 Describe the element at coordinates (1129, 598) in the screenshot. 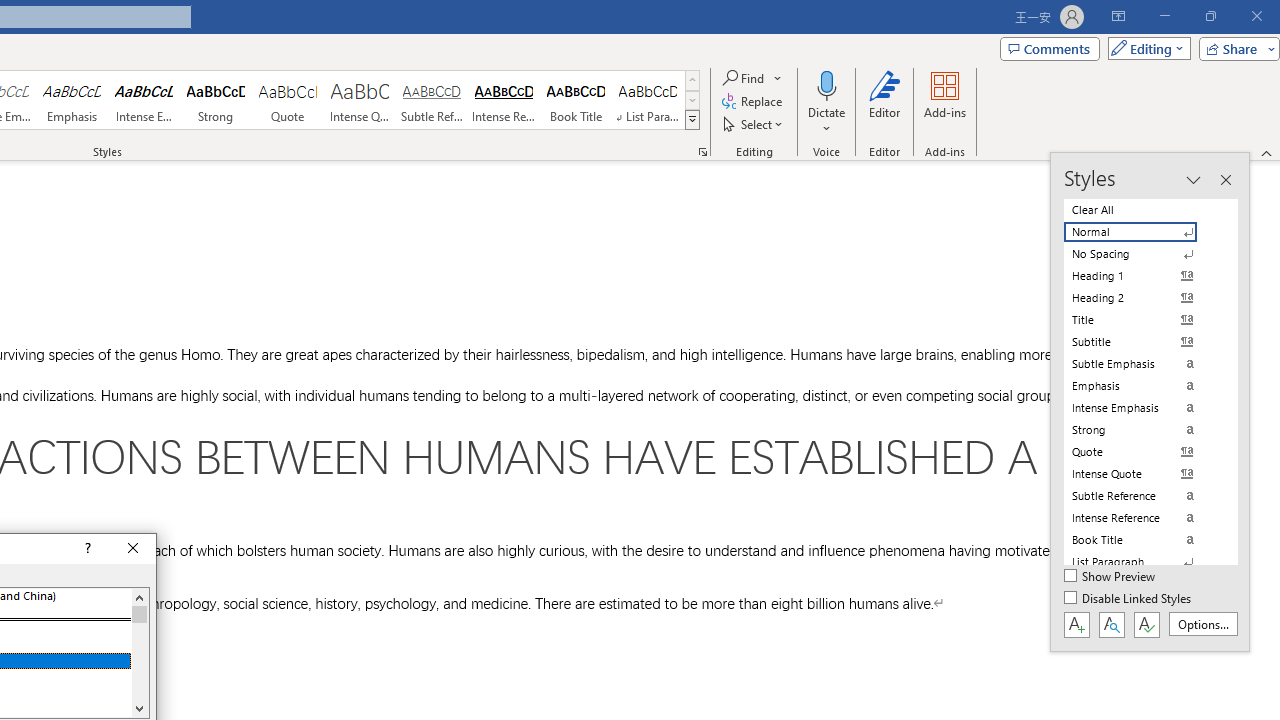

I see `'Disable Linked Styles'` at that location.